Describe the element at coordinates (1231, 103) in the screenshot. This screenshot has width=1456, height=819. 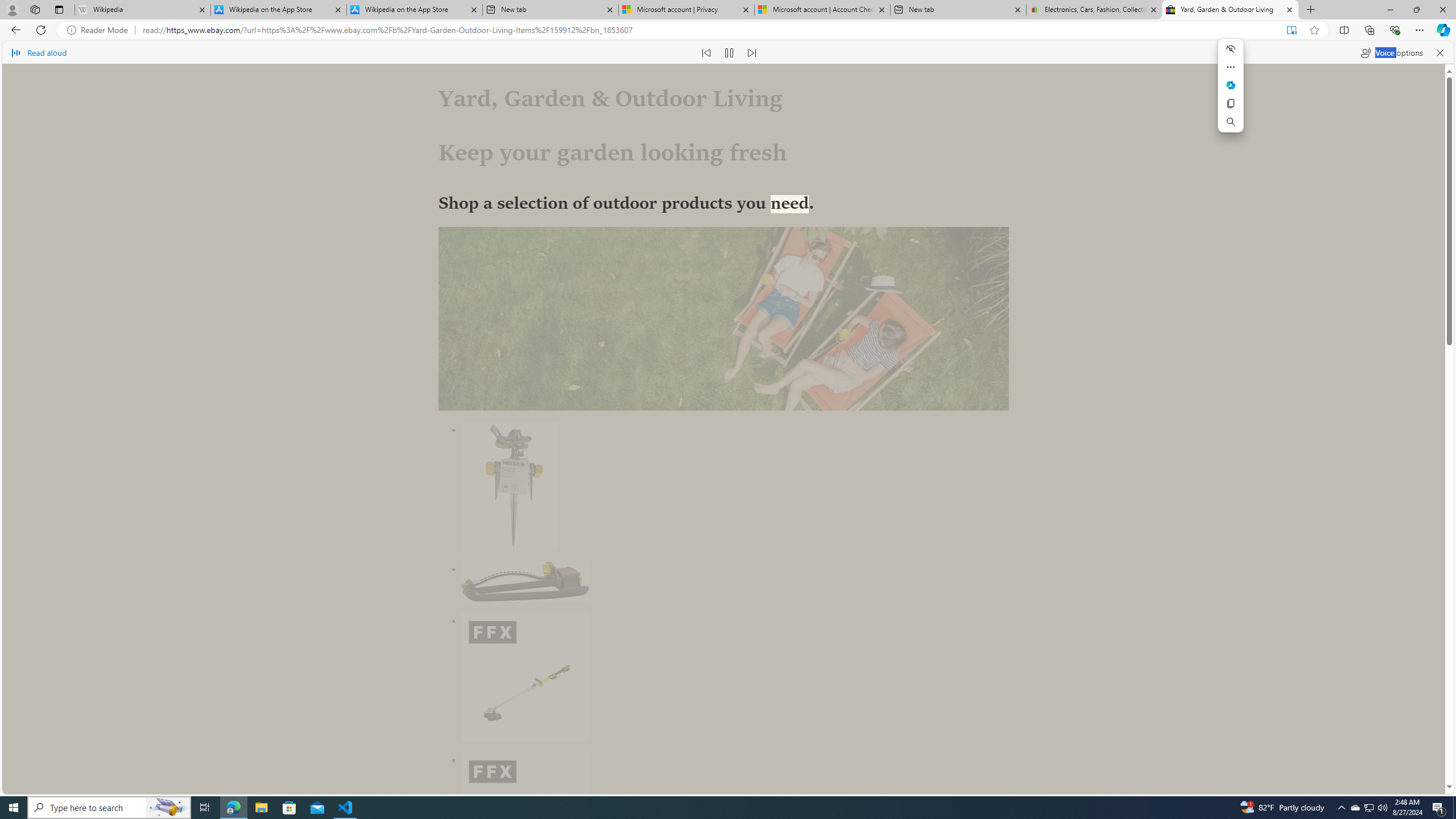
I see `'Copy'` at that location.